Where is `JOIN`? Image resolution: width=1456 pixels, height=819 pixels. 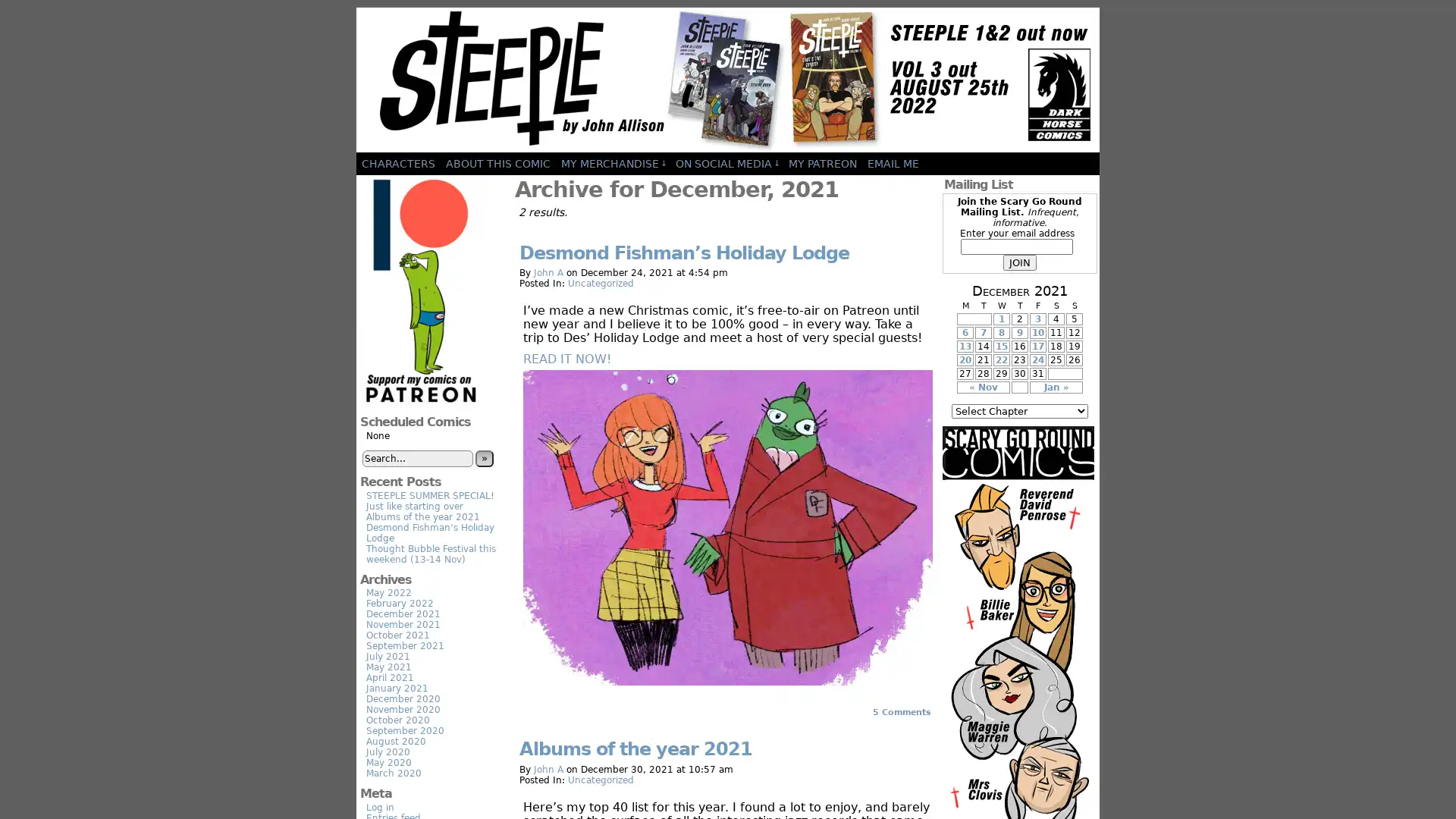
JOIN is located at coordinates (1019, 261).